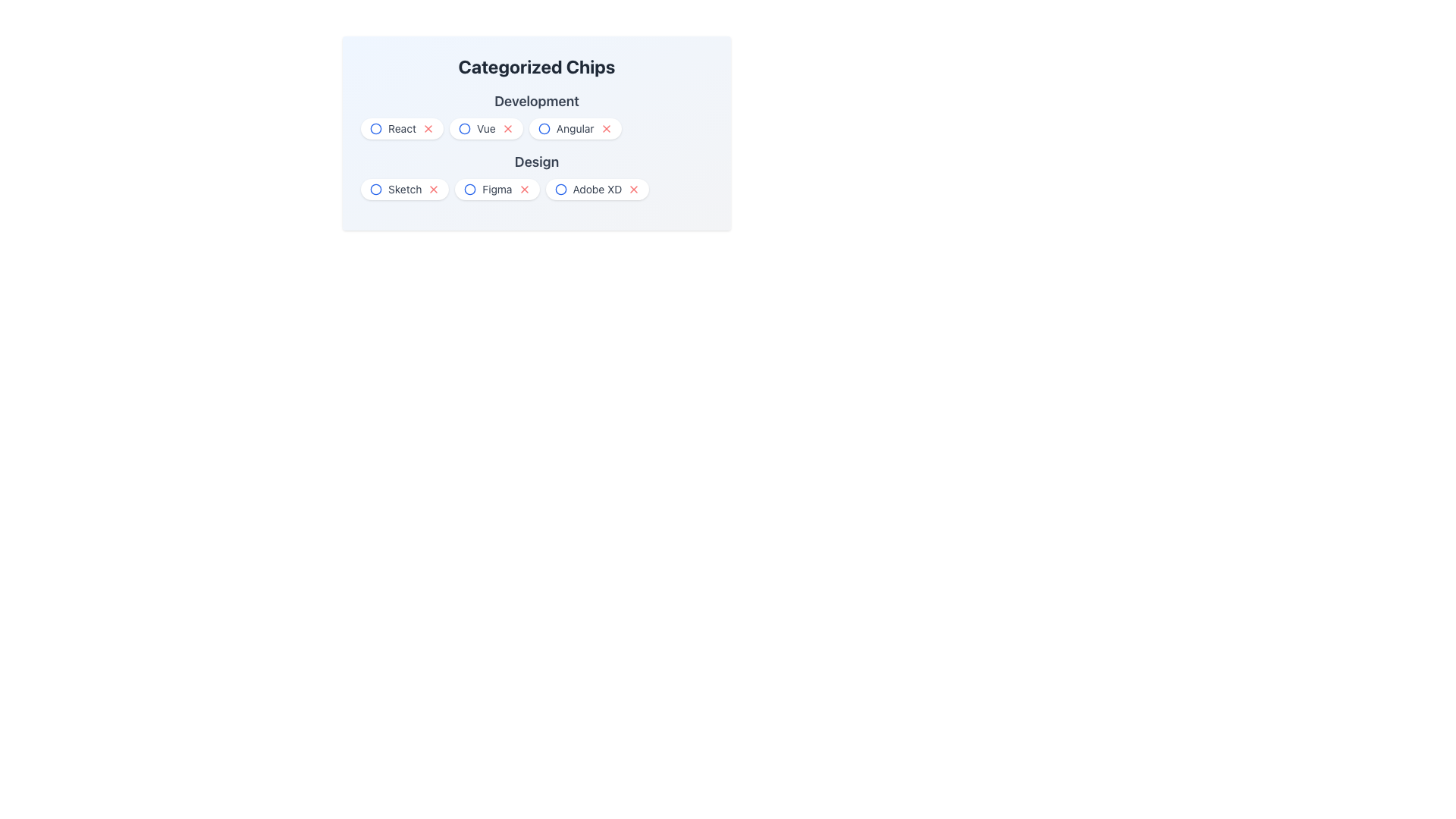 This screenshot has height=819, width=1456. What do you see at coordinates (524, 189) in the screenshot?
I see `the close or delete button for the 'Figma' chip located at the far right end of the chip in the 'Design' category section` at bounding box center [524, 189].